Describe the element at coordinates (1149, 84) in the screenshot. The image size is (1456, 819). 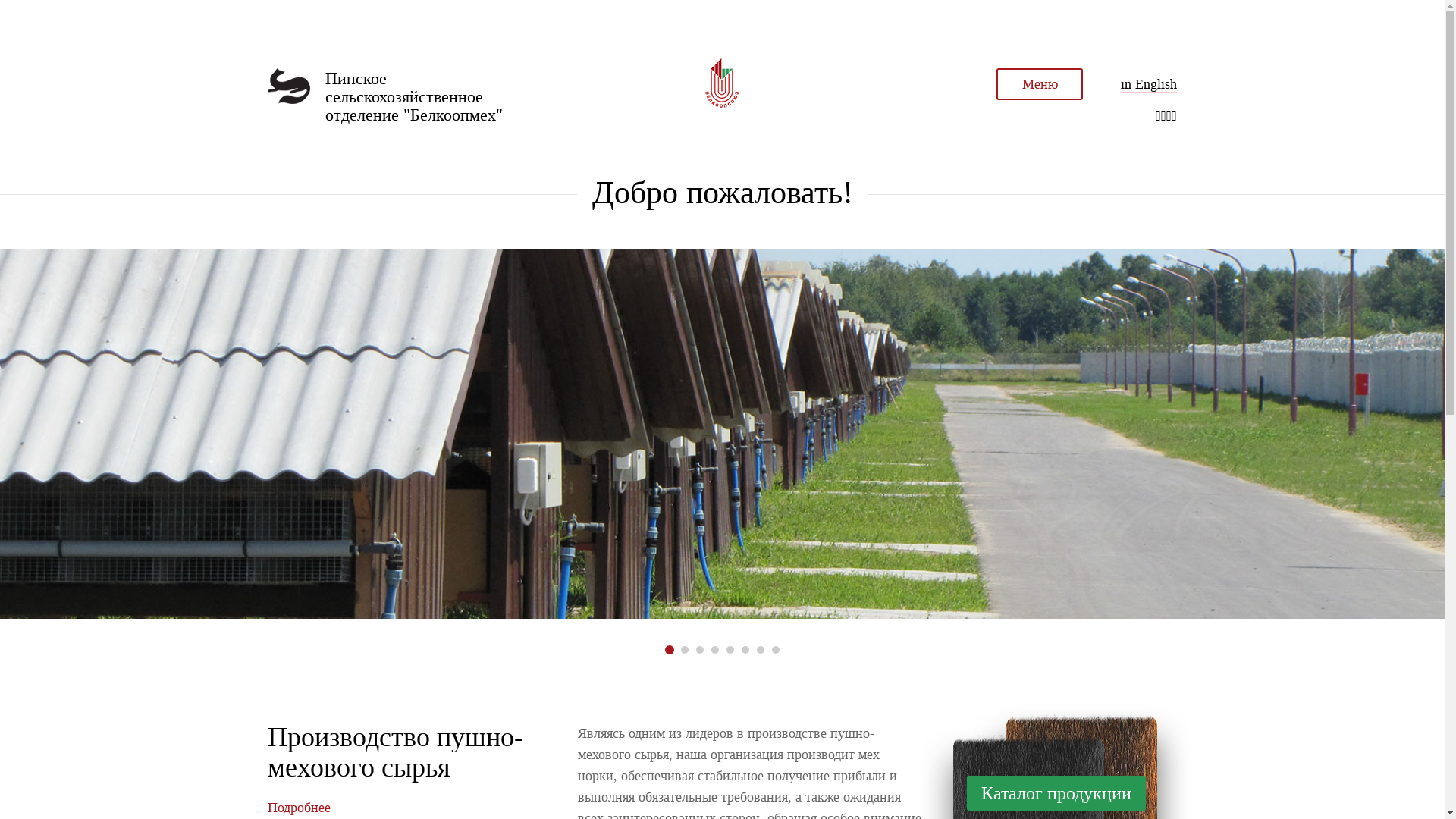
I see `'in English'` at that location.